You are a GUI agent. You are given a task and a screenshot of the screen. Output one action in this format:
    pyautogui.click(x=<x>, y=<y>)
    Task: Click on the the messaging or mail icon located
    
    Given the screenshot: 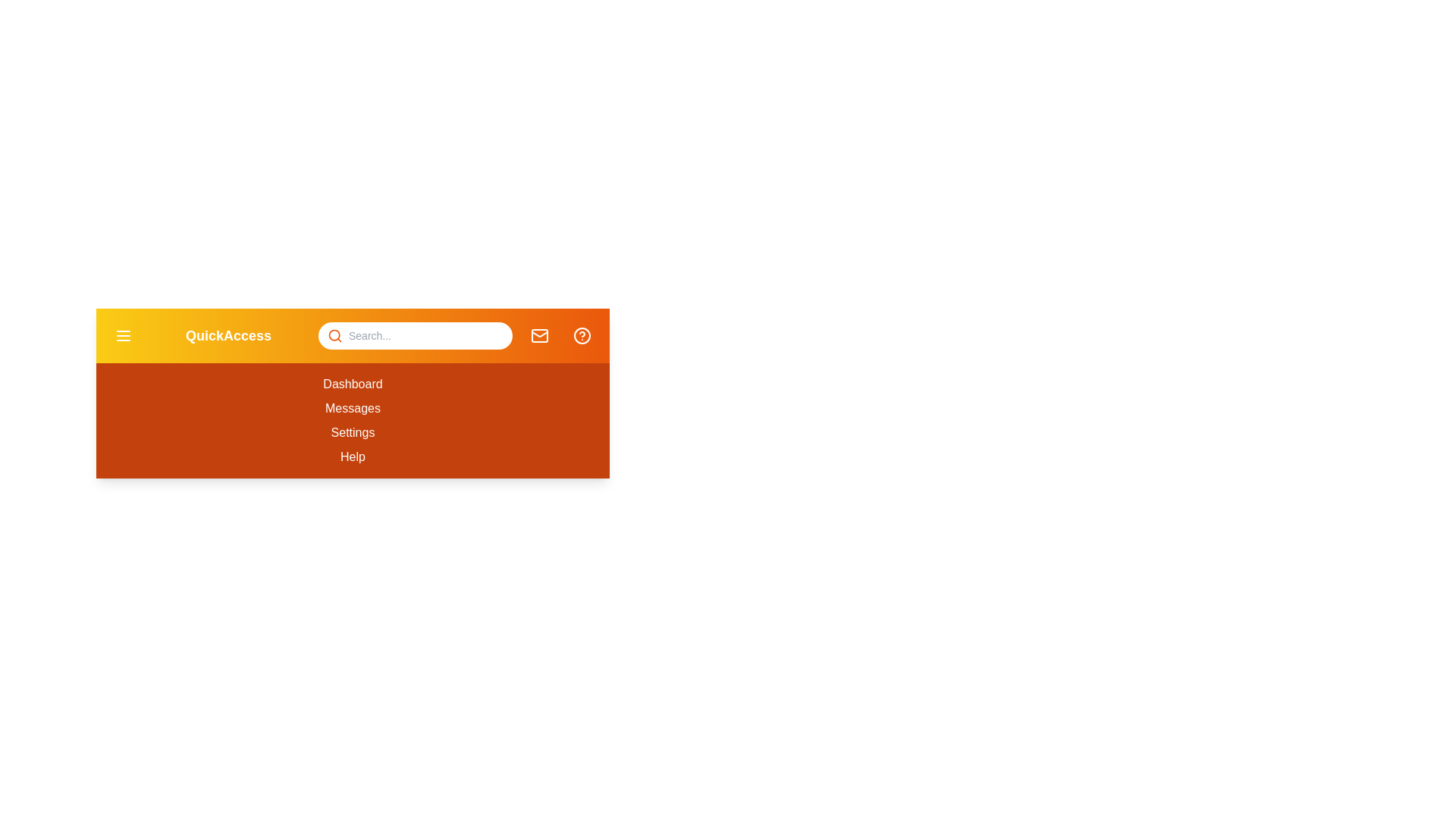 What is the action you would take?
    pyautogui.click(x=539, y=335)
    